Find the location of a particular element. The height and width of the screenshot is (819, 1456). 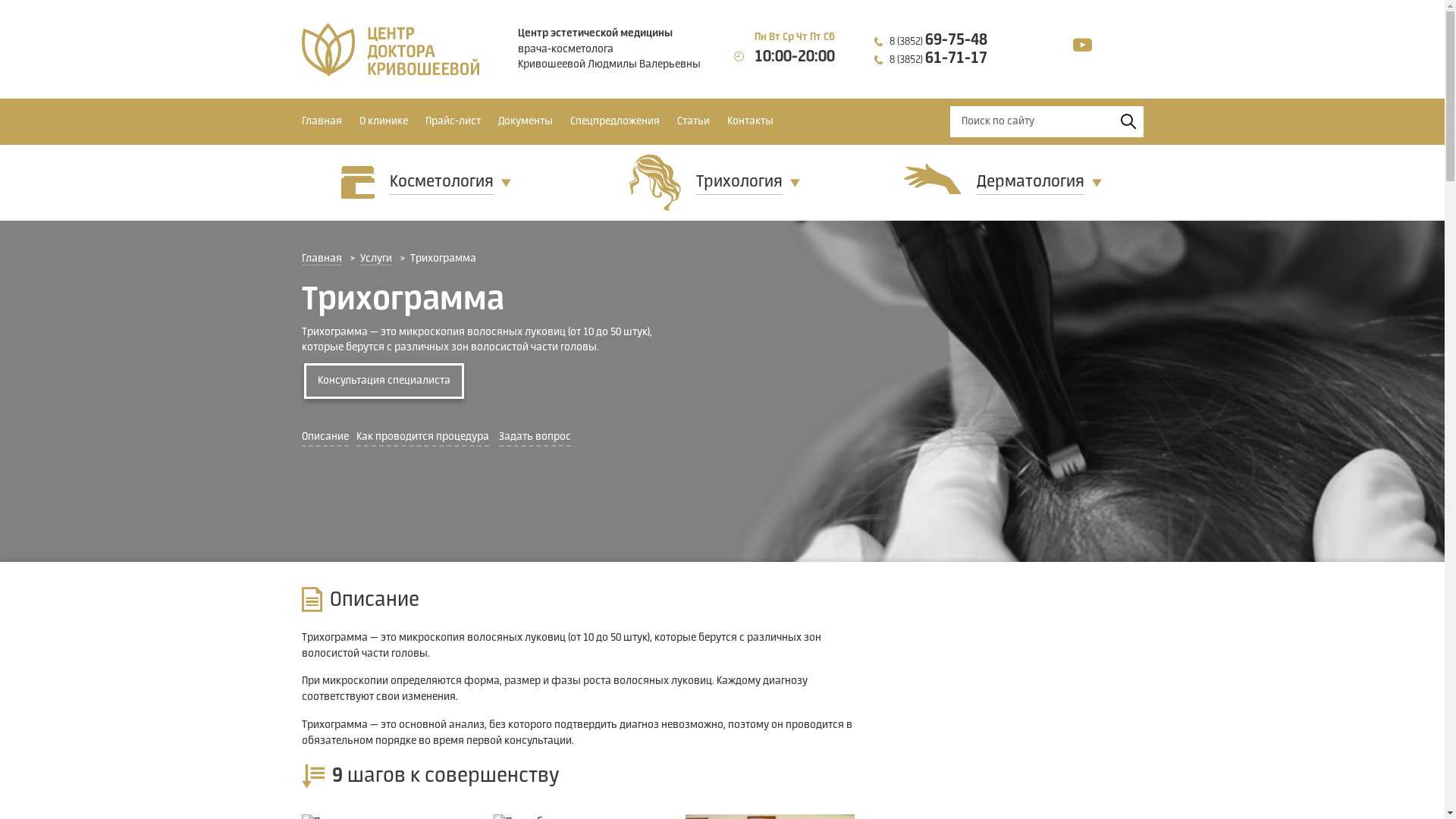

'8 (3852) 69-75-48' is located at coordinates (937, 40).